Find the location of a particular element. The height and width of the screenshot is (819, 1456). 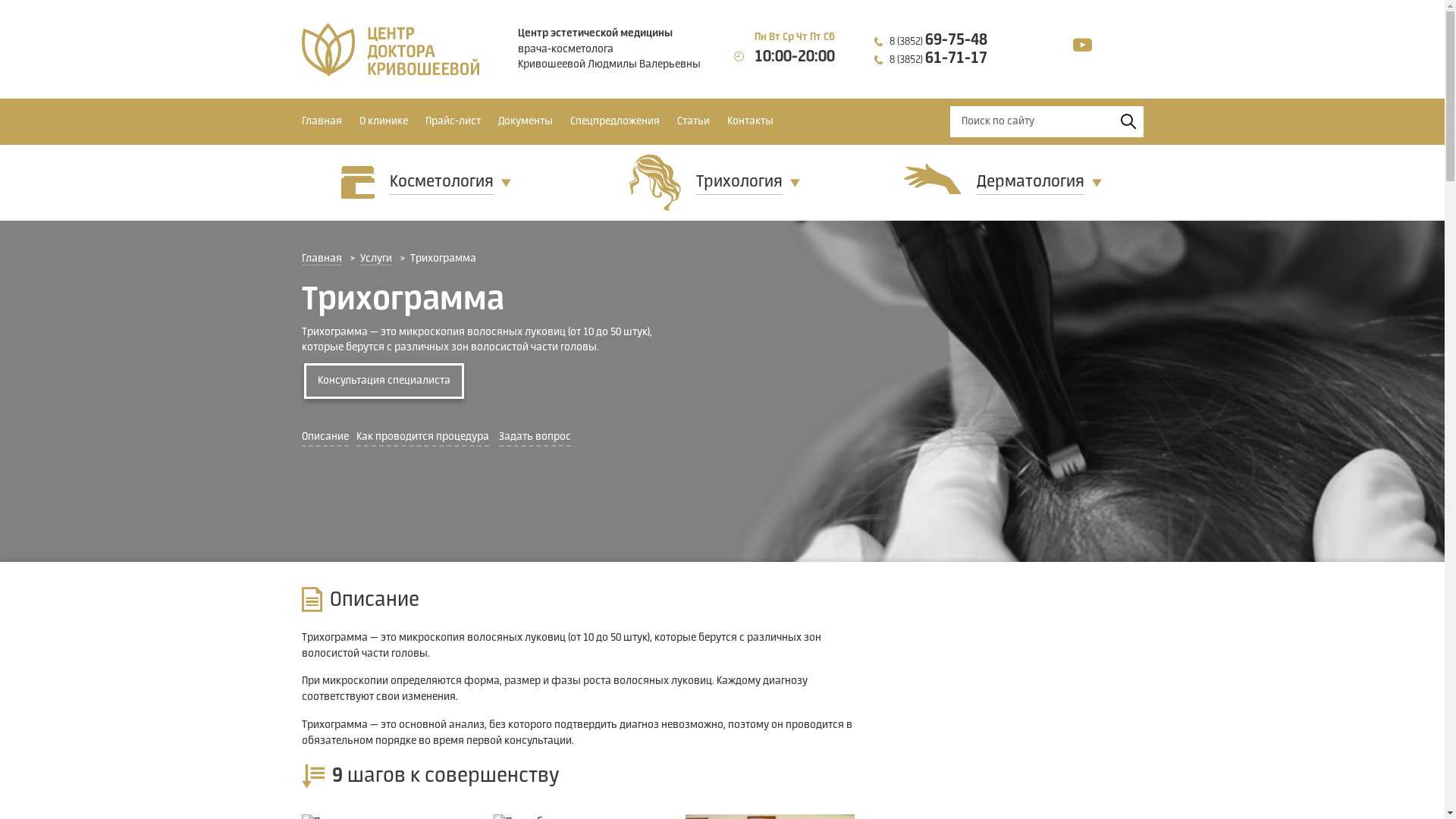

'8 (3852) 69-75-48' is located at coordinates (937, 40).